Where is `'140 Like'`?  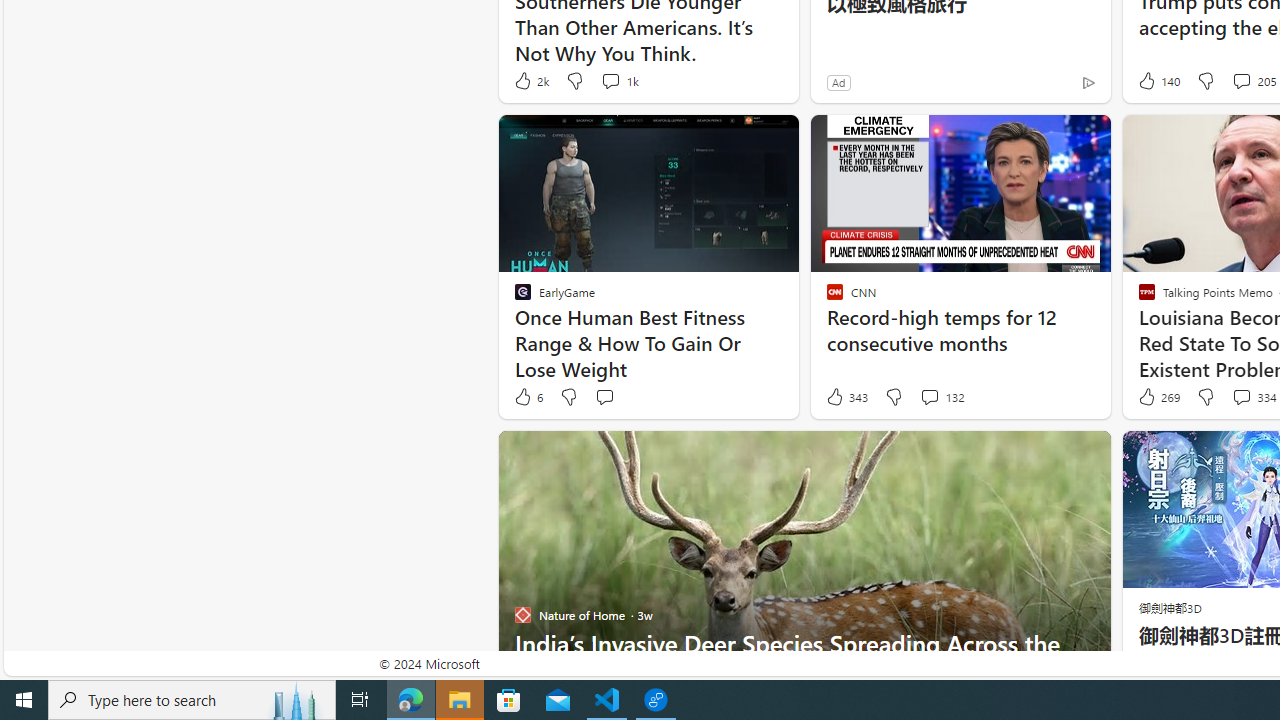
'140 Like' is located at coordinates (1157, 80).